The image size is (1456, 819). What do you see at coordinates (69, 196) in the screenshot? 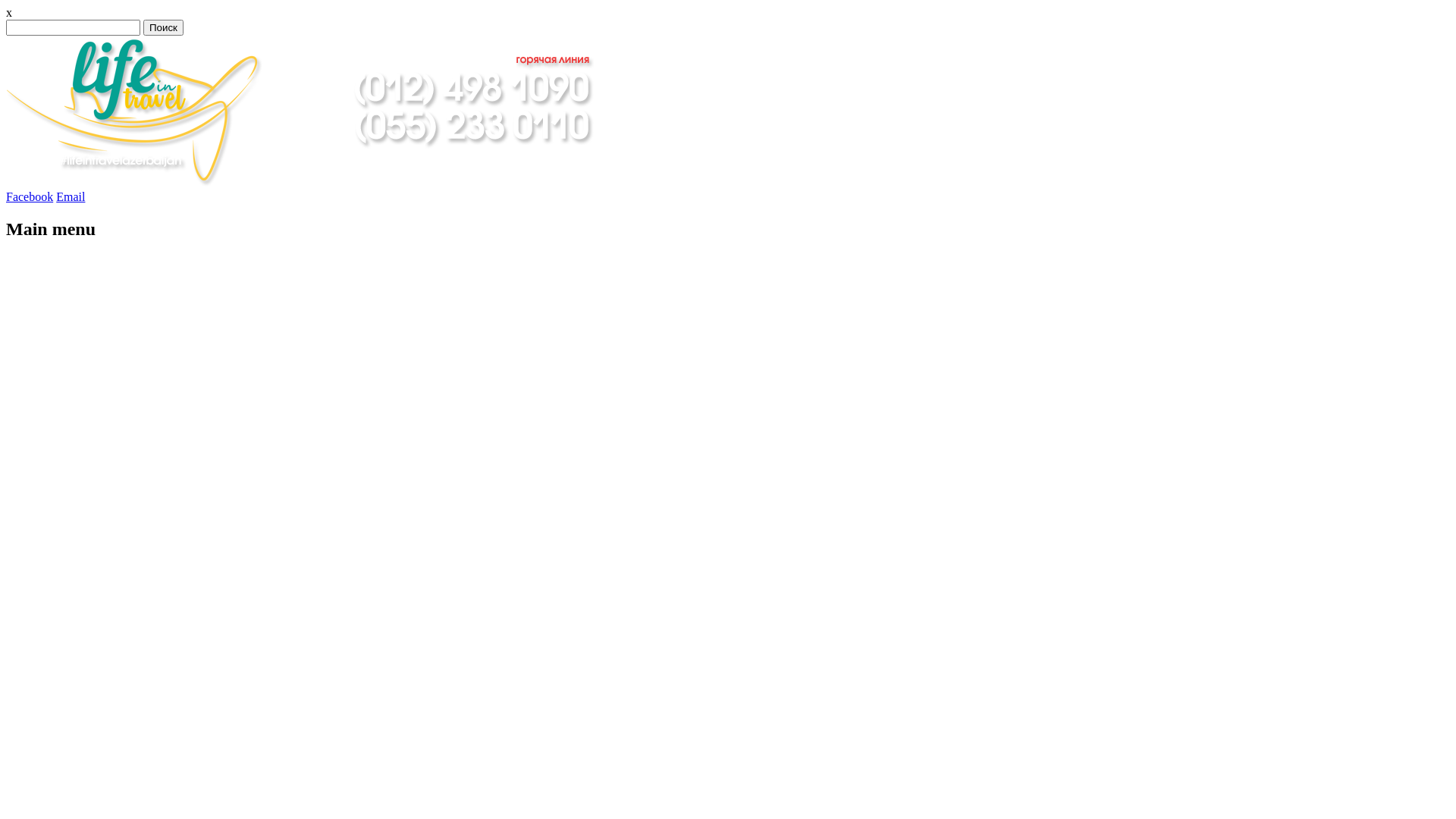
I see `'Email'` at bounding box center [69, 196].